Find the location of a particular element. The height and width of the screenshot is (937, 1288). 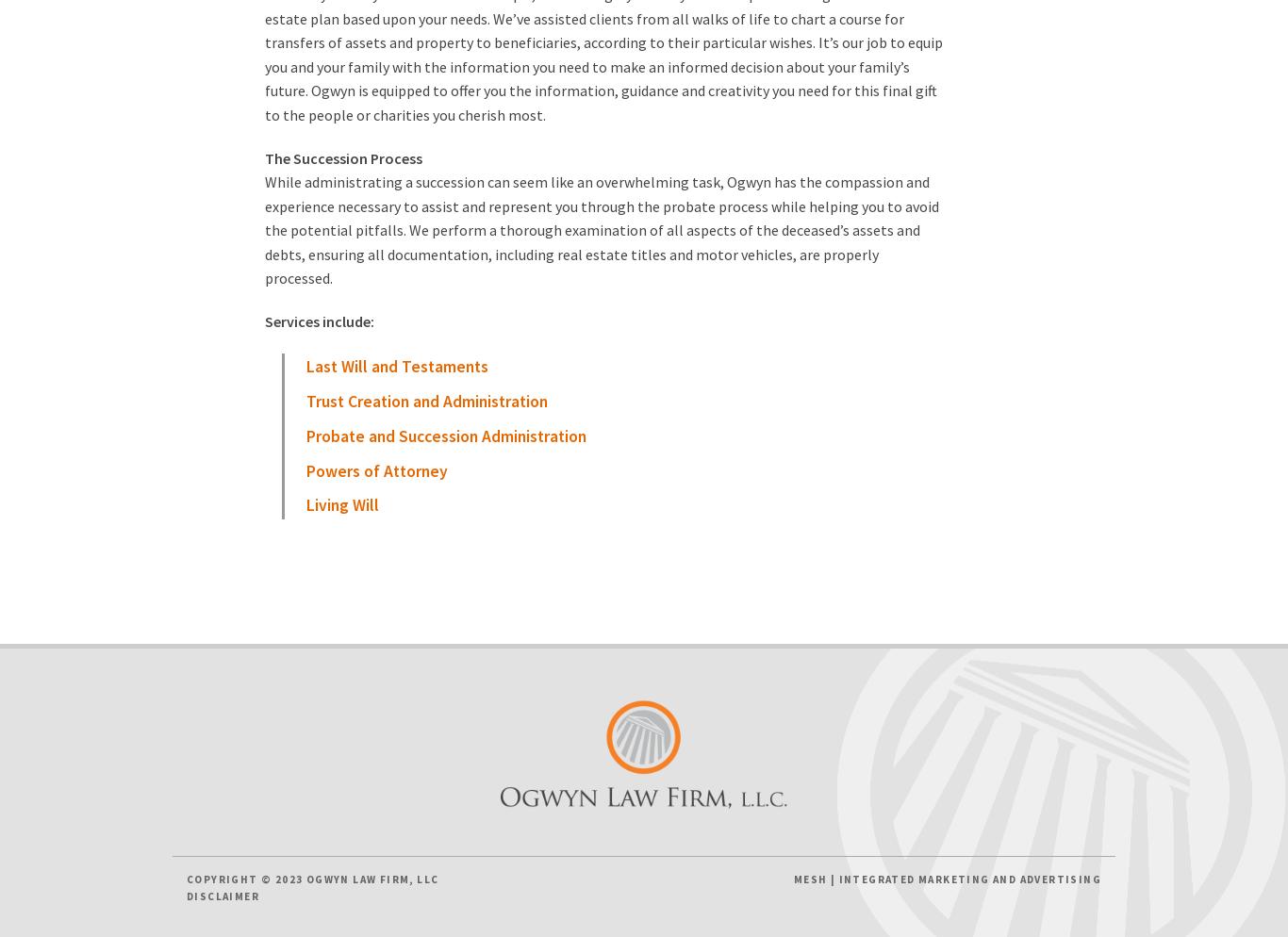

'Trust Creation and Administration' is located at coordinates (425, 400).